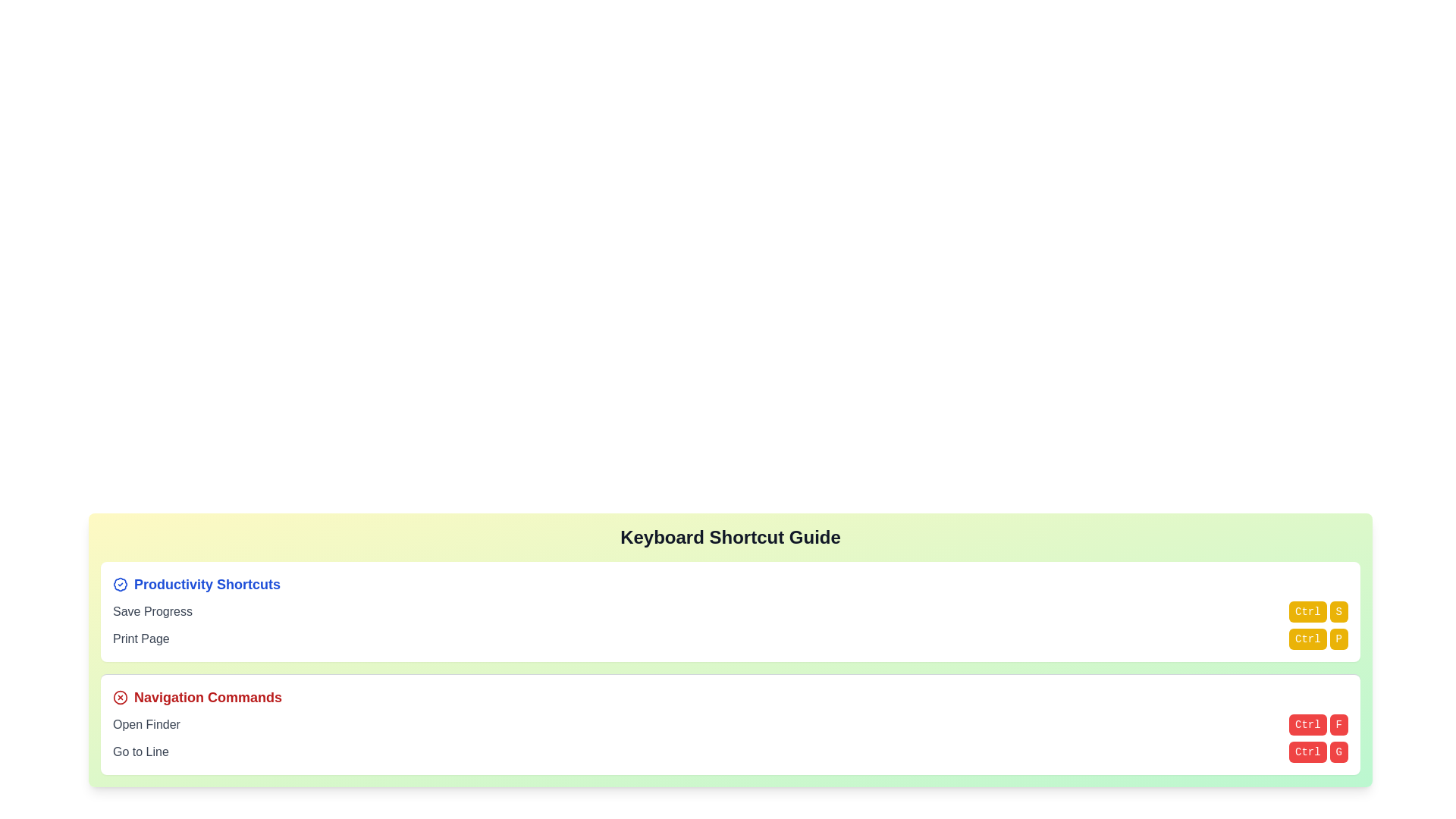 The image size is (1456, 819). What do you see at coordinates (146, 724) in the screenshot?
I see `the Text Label that indicates the action of opening the Finder application, located in the 'Navigation Commands' section next to the shortcut instructions for Ctrl and F keys` at bounding box center [146, 724].